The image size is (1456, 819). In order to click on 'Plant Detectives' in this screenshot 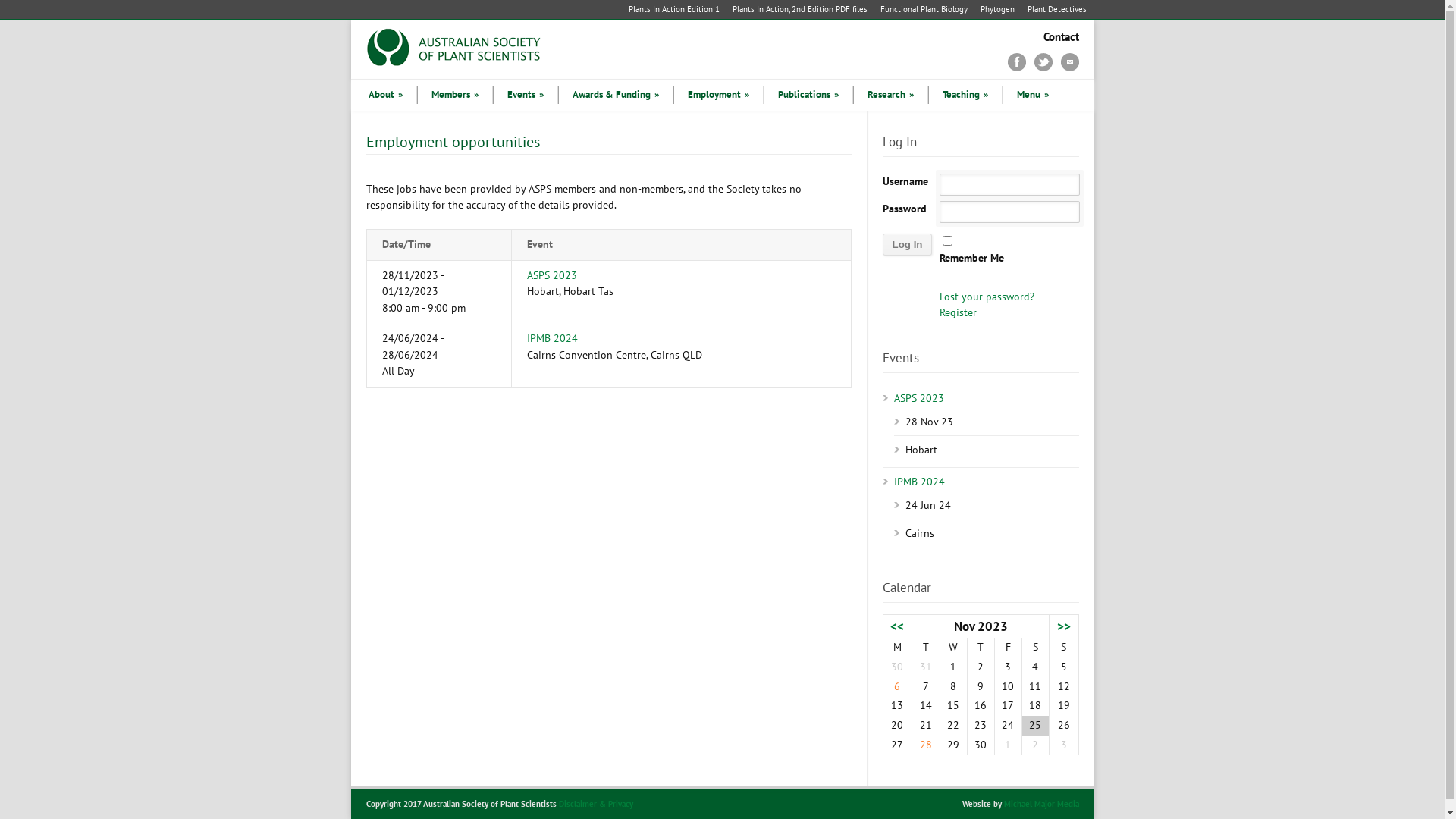, I will do `click(1052, 9)`.